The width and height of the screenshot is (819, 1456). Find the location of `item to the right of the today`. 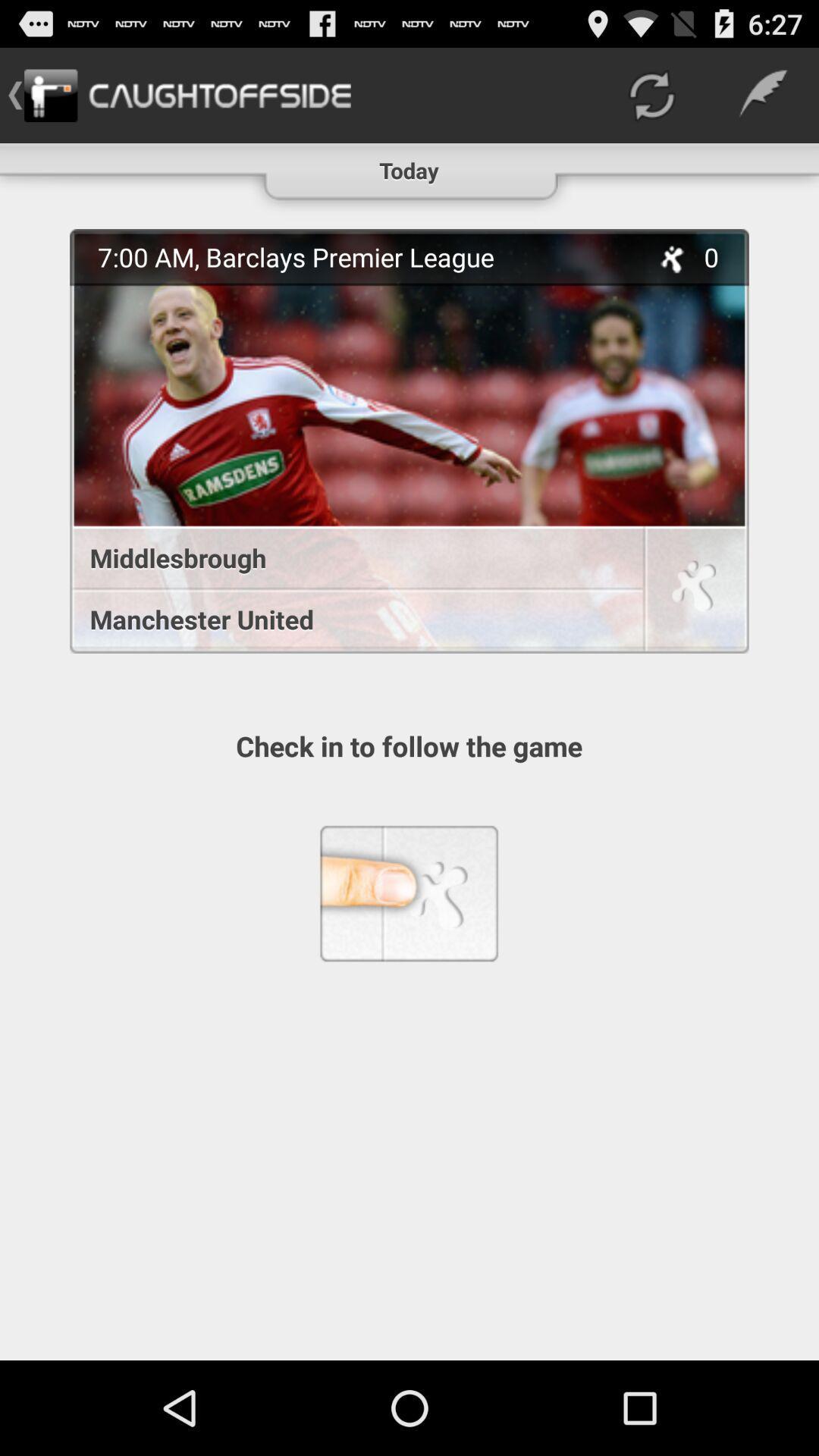

item to the right of the today is located at coordinates (651, 94).